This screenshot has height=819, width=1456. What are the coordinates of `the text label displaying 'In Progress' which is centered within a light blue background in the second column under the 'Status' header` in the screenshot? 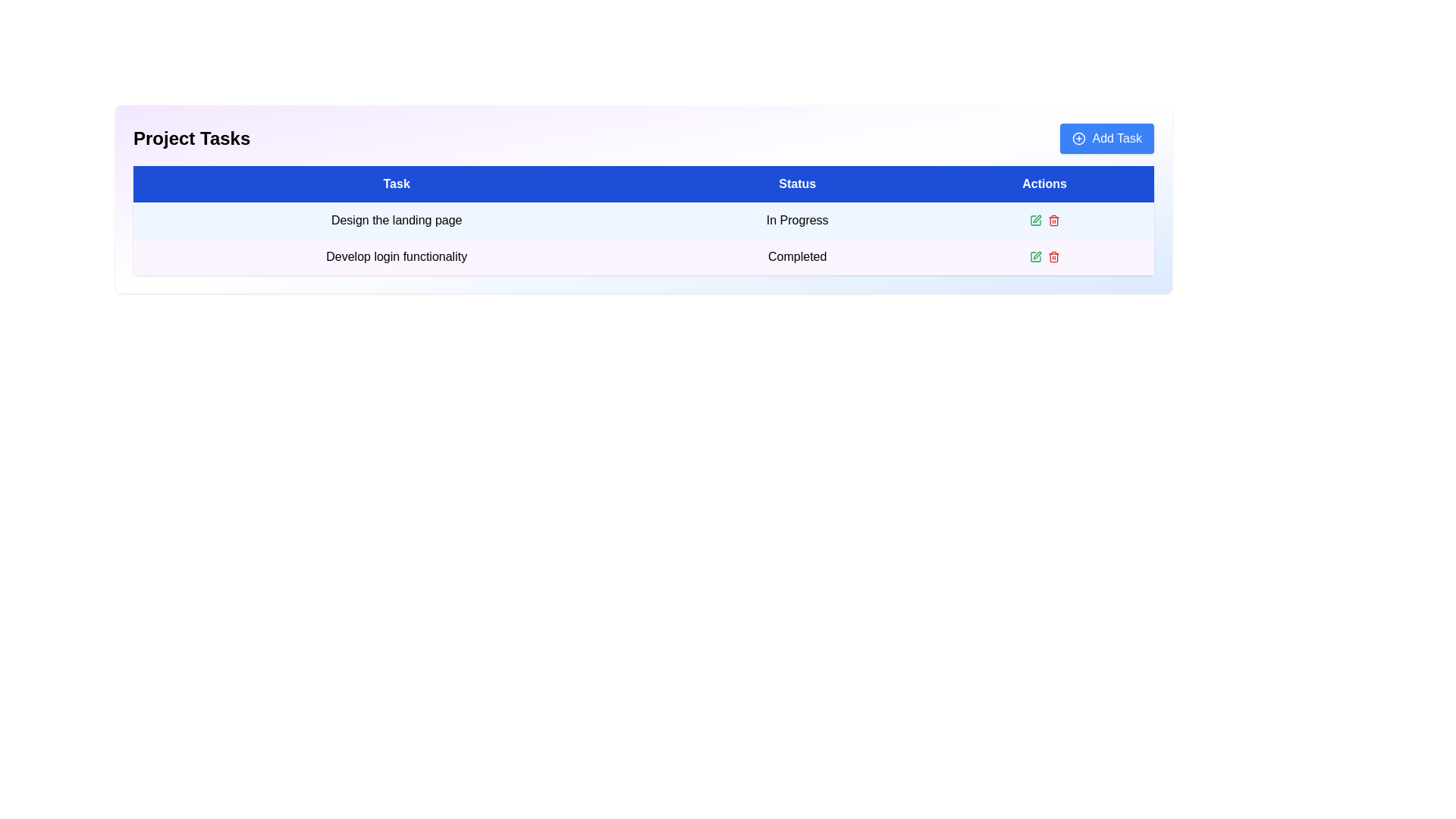 It's located at (796, 220).